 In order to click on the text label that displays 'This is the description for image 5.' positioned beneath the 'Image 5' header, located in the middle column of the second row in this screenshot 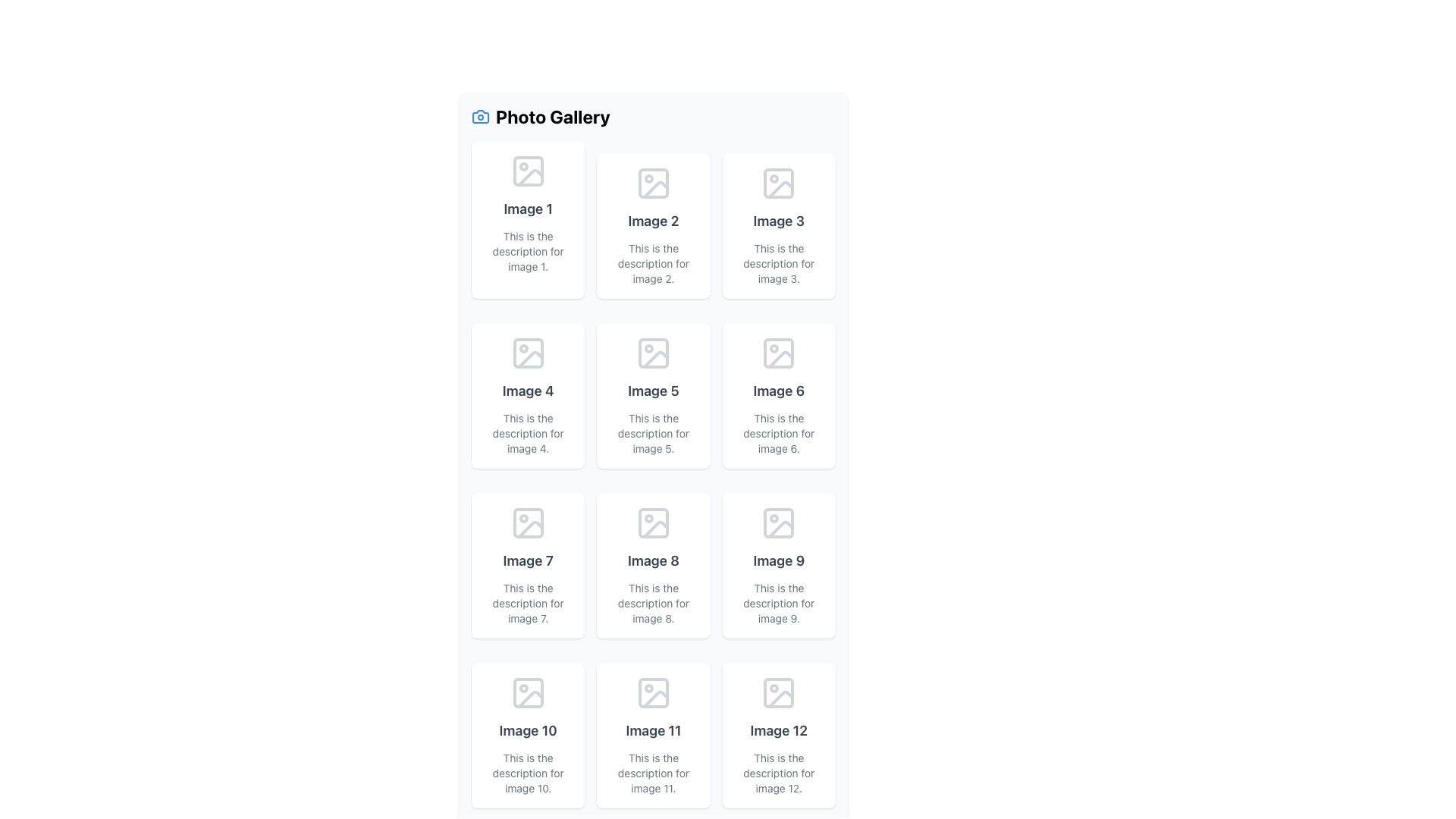, I will do `click(654, 433)`.